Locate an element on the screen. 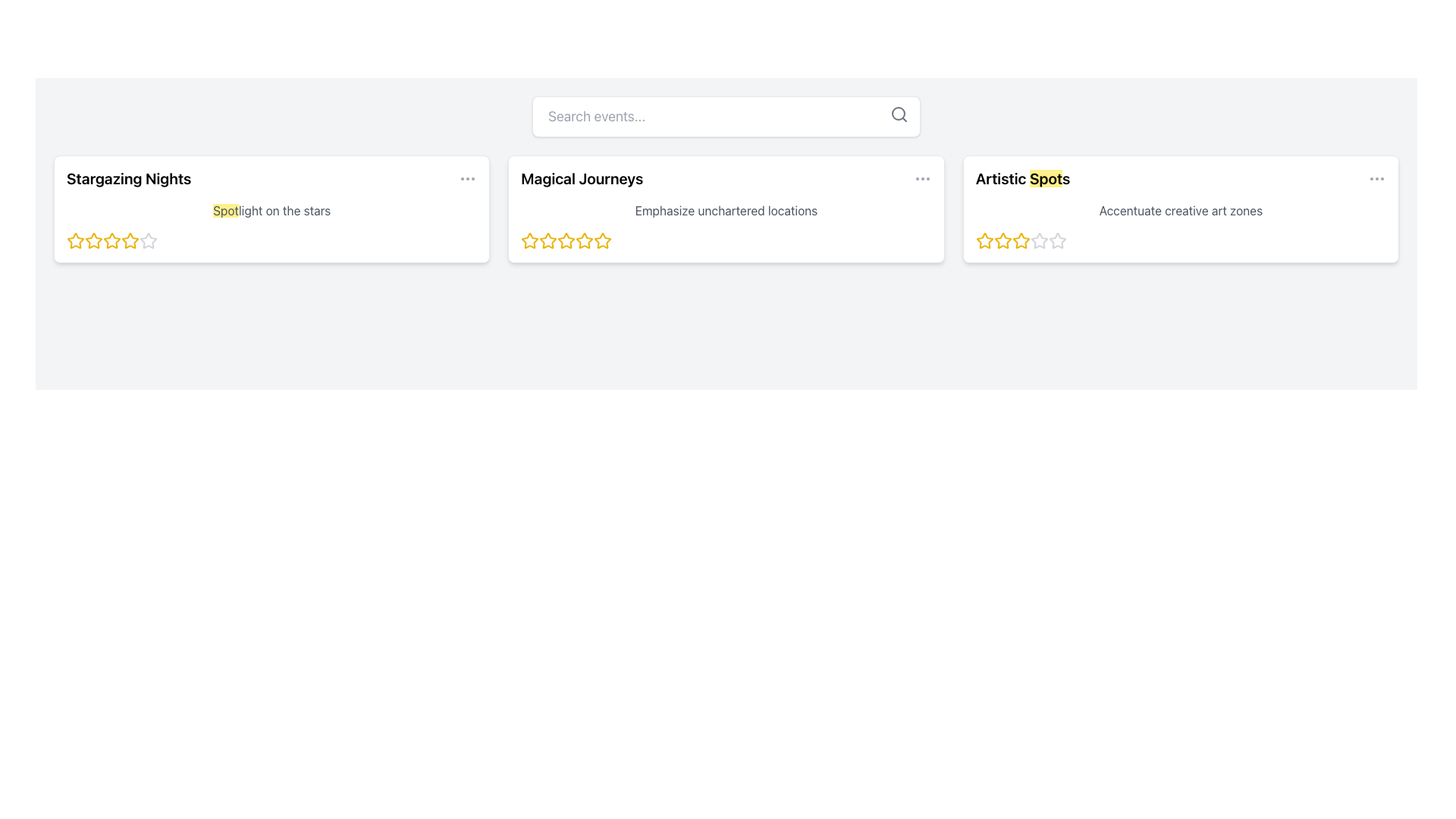 This screenshot has width=1456, height=819. the circular lens of the magnifying glass icon located in the top-right corner of the interface, which is part of the search functionality is located at coordinates (899, 113).